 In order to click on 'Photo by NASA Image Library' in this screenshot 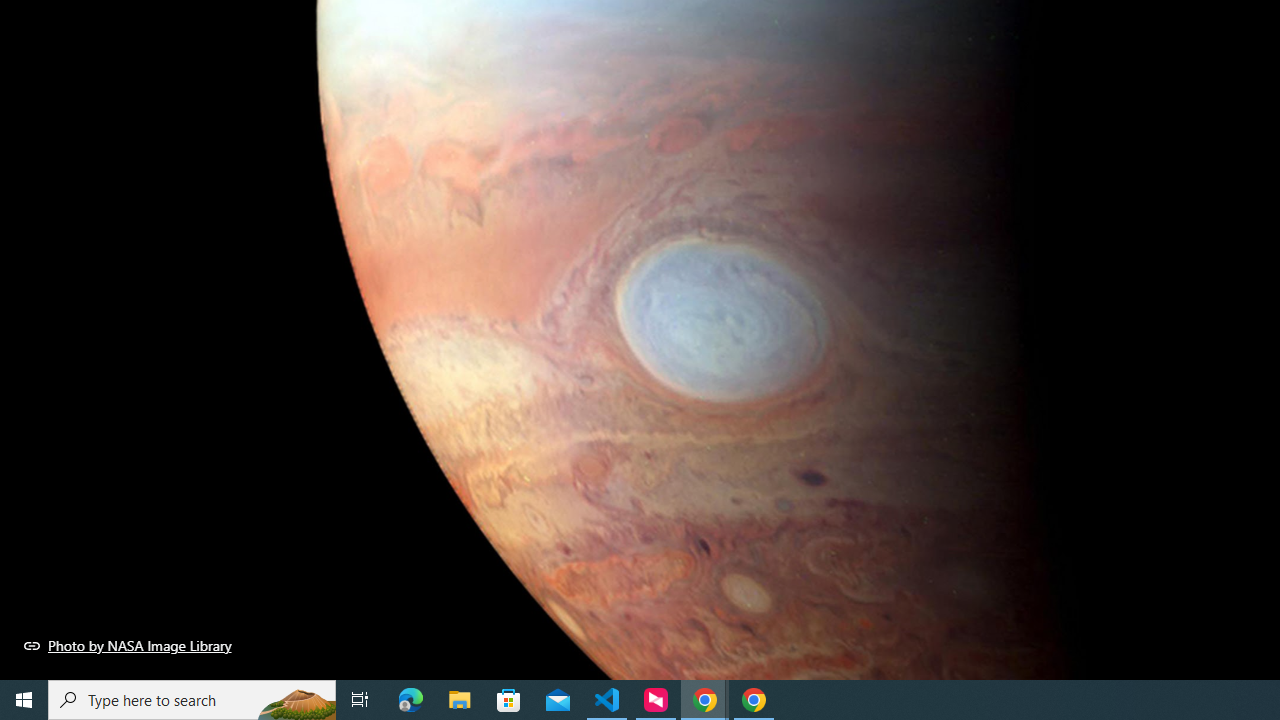, I will do `click(127, 645)`.